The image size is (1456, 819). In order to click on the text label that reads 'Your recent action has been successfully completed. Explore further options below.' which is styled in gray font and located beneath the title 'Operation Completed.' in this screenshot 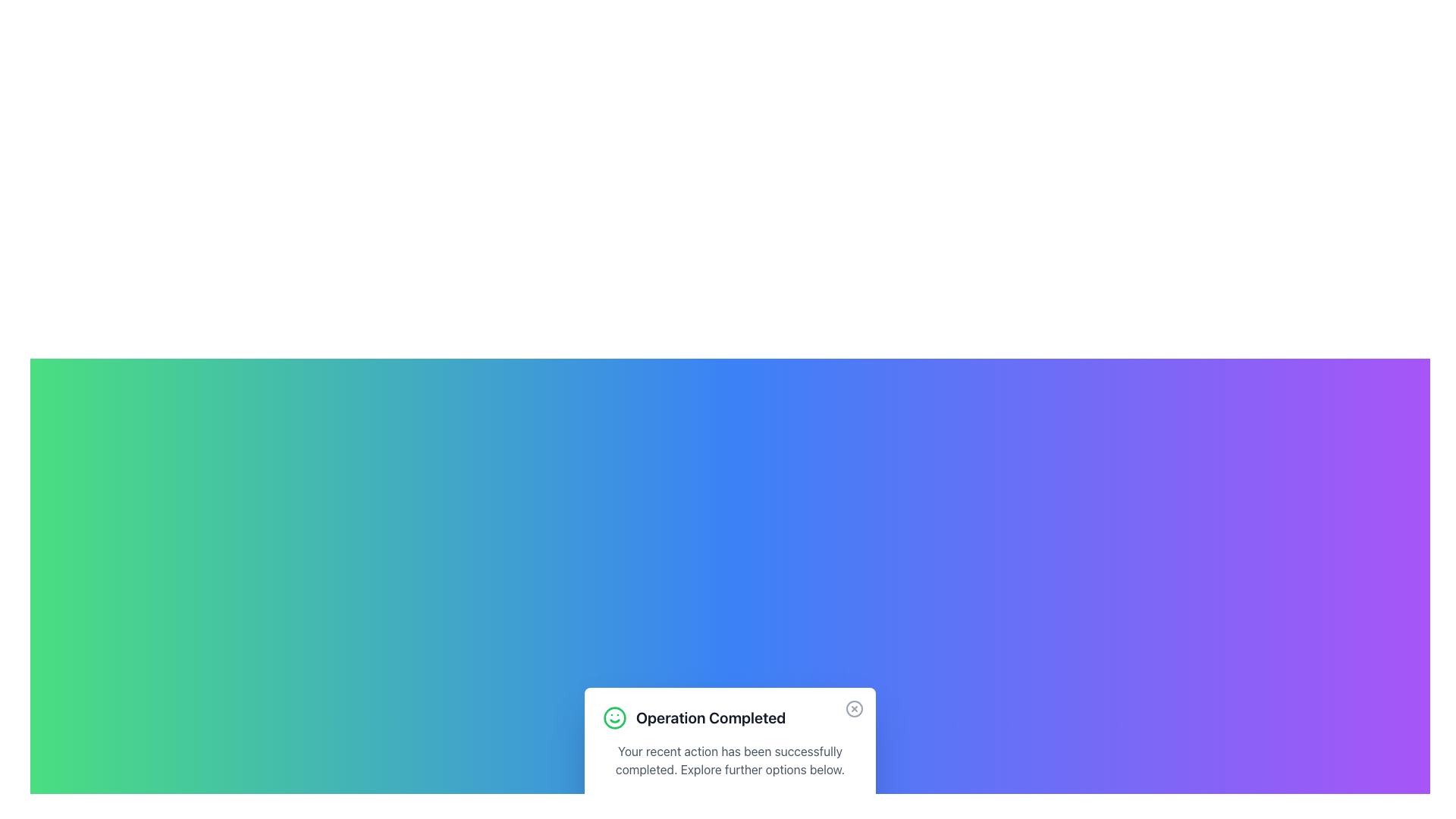, I will do `click(730, 760)`.